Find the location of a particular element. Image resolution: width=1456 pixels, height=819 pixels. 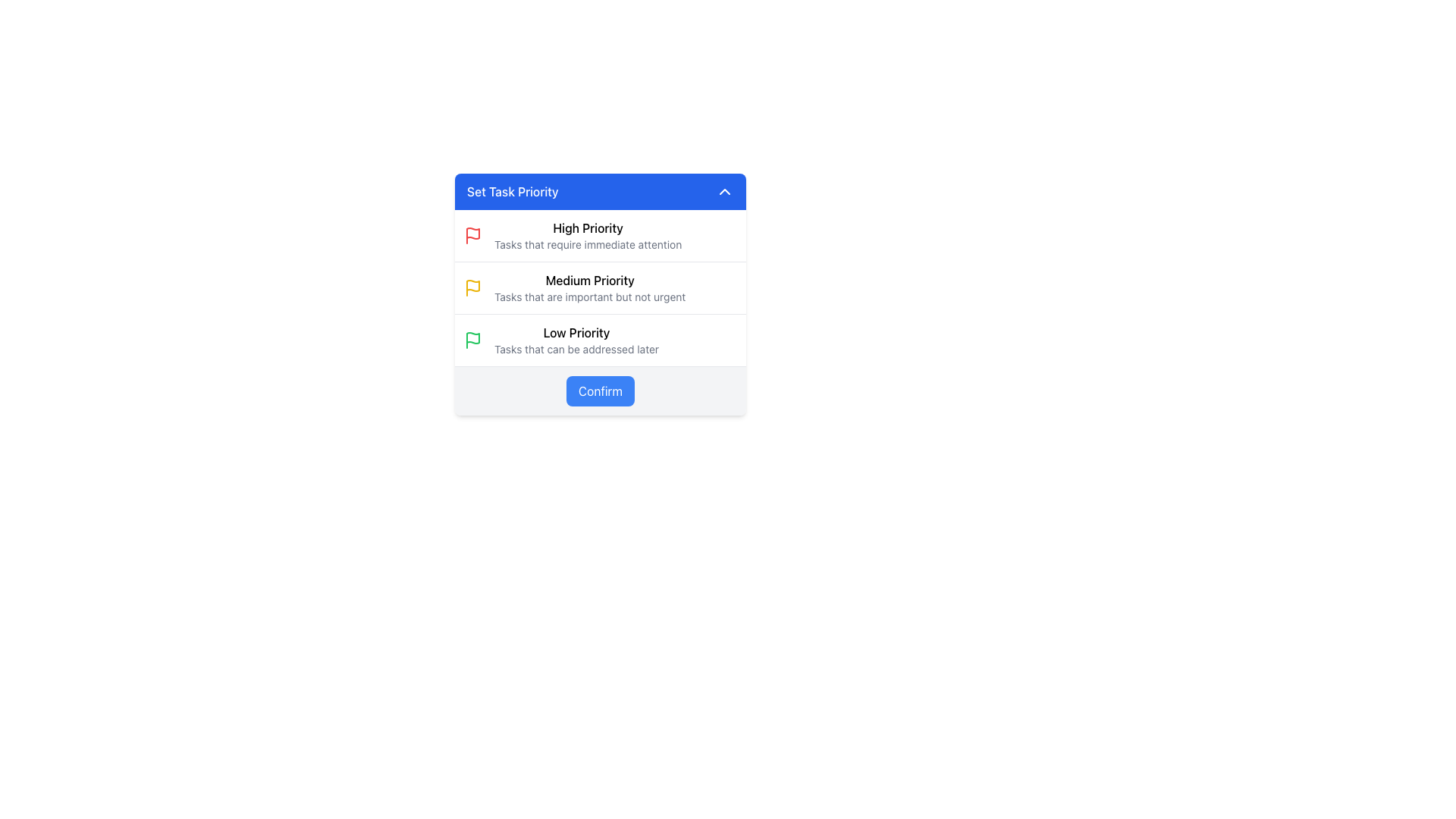

the text label that provides a description for the 'High Priority' category, located directly underneath the 'High Priority' label in the priority selection dialog is located at coordinates (587, 244).